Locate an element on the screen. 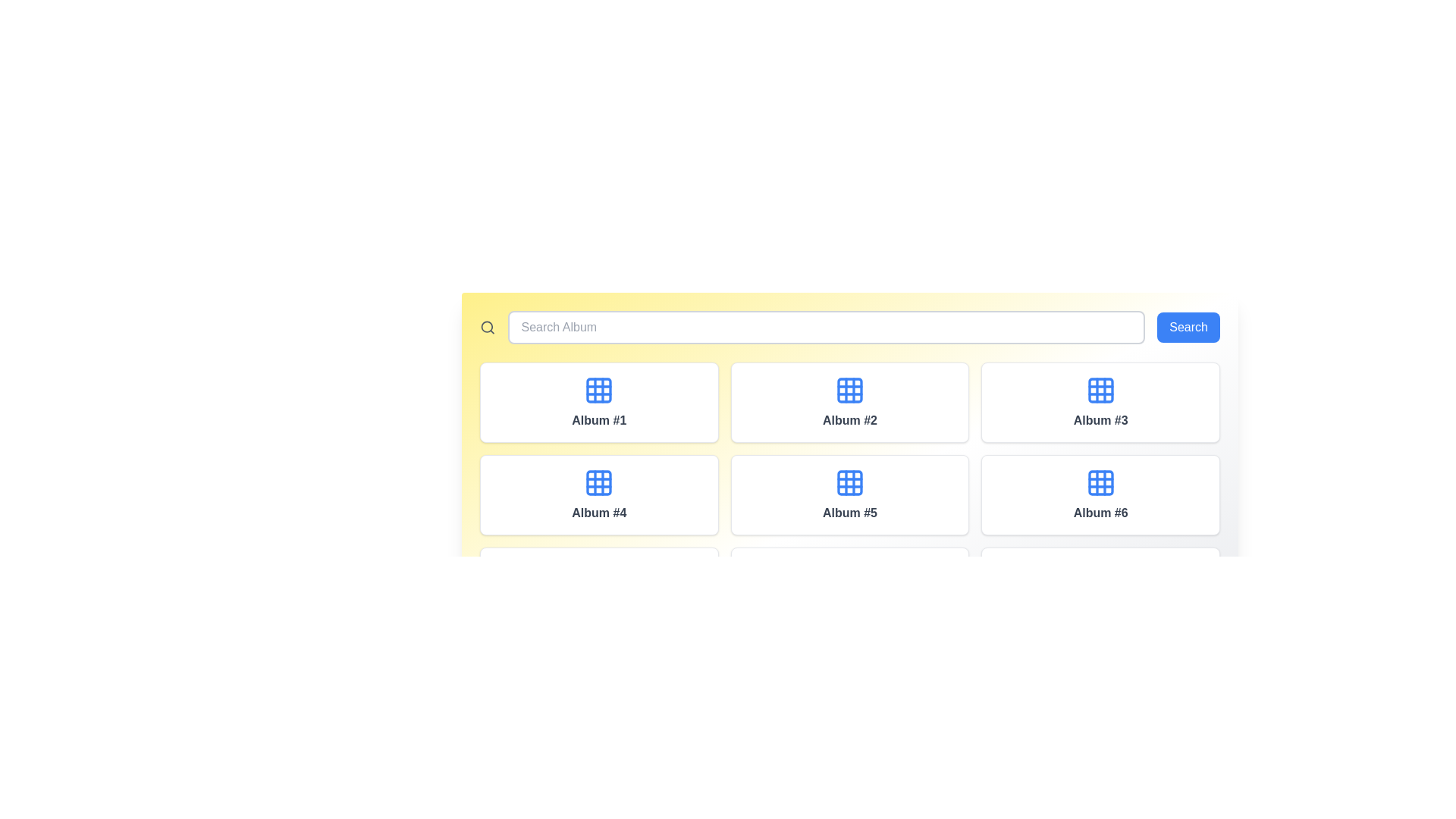 Image resolution: width=1456 pixels, height=819 pixels. the top-left square of the grid icon representing 'Album 6' in the albums grid is located at coordinates (1100, 482).